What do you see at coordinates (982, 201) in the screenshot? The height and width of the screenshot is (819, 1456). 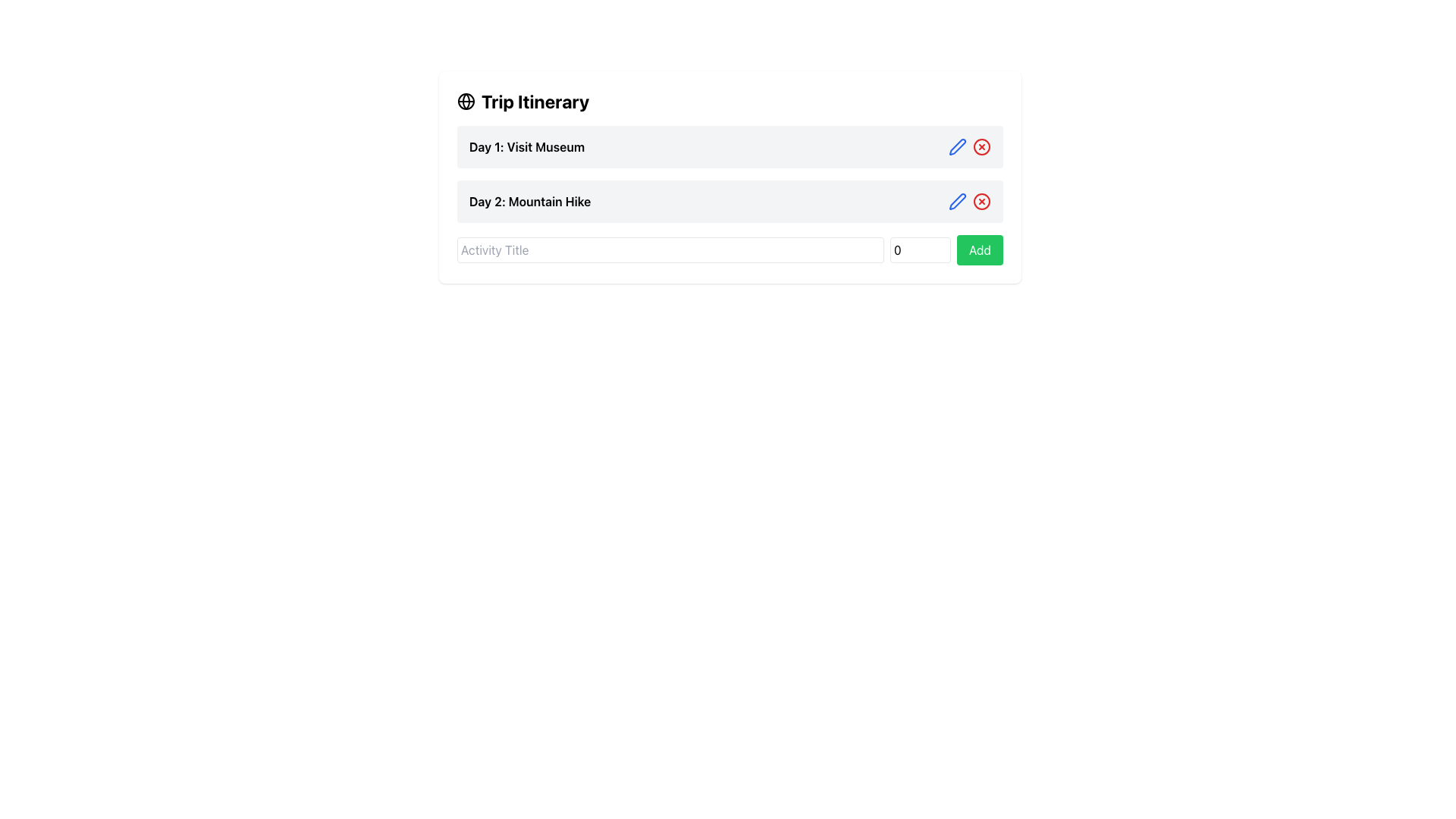 I see `the circular component of the close or delete button located to the far right of the second row in the list titled 'Day 2: Mountain Hike'` at bounding box center [982, 201].